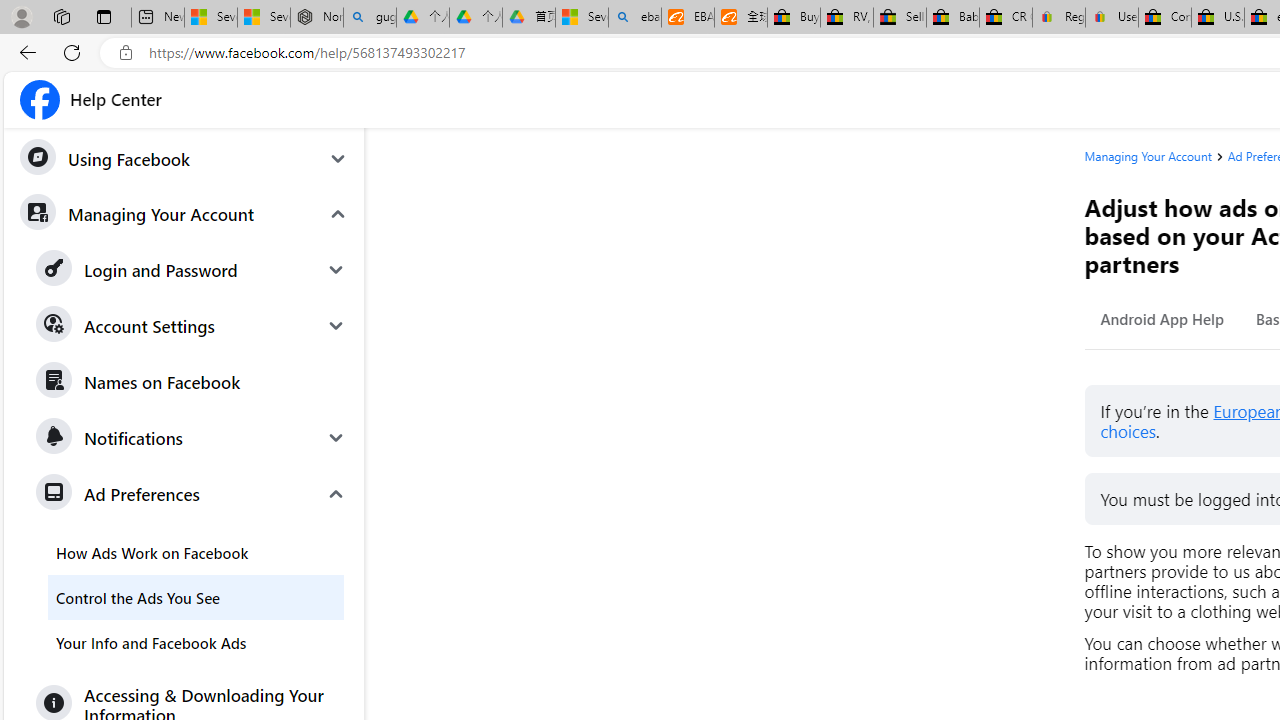 The width and height of the screenshot is (1280, 720). I want to click on 'Names on Facebook', so click(192, 381).